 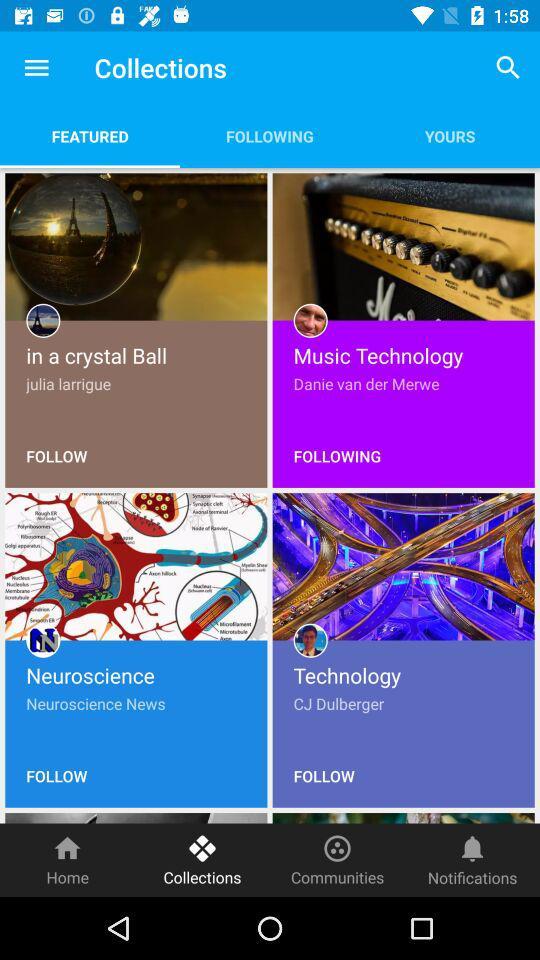 I want to click on the featured, so click(x=89, y=135).